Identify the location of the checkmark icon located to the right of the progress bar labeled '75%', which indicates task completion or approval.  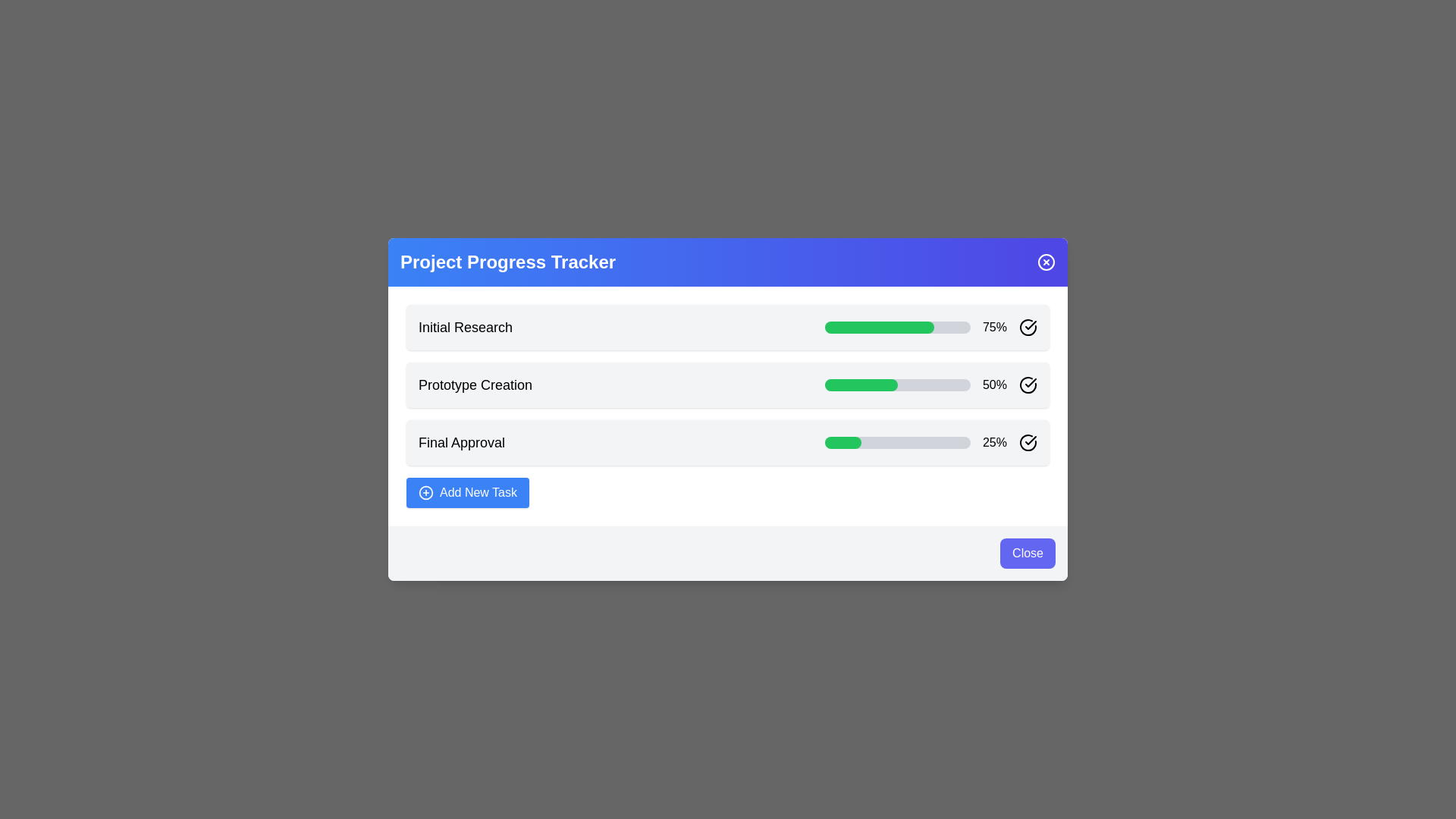
(1028, 327).